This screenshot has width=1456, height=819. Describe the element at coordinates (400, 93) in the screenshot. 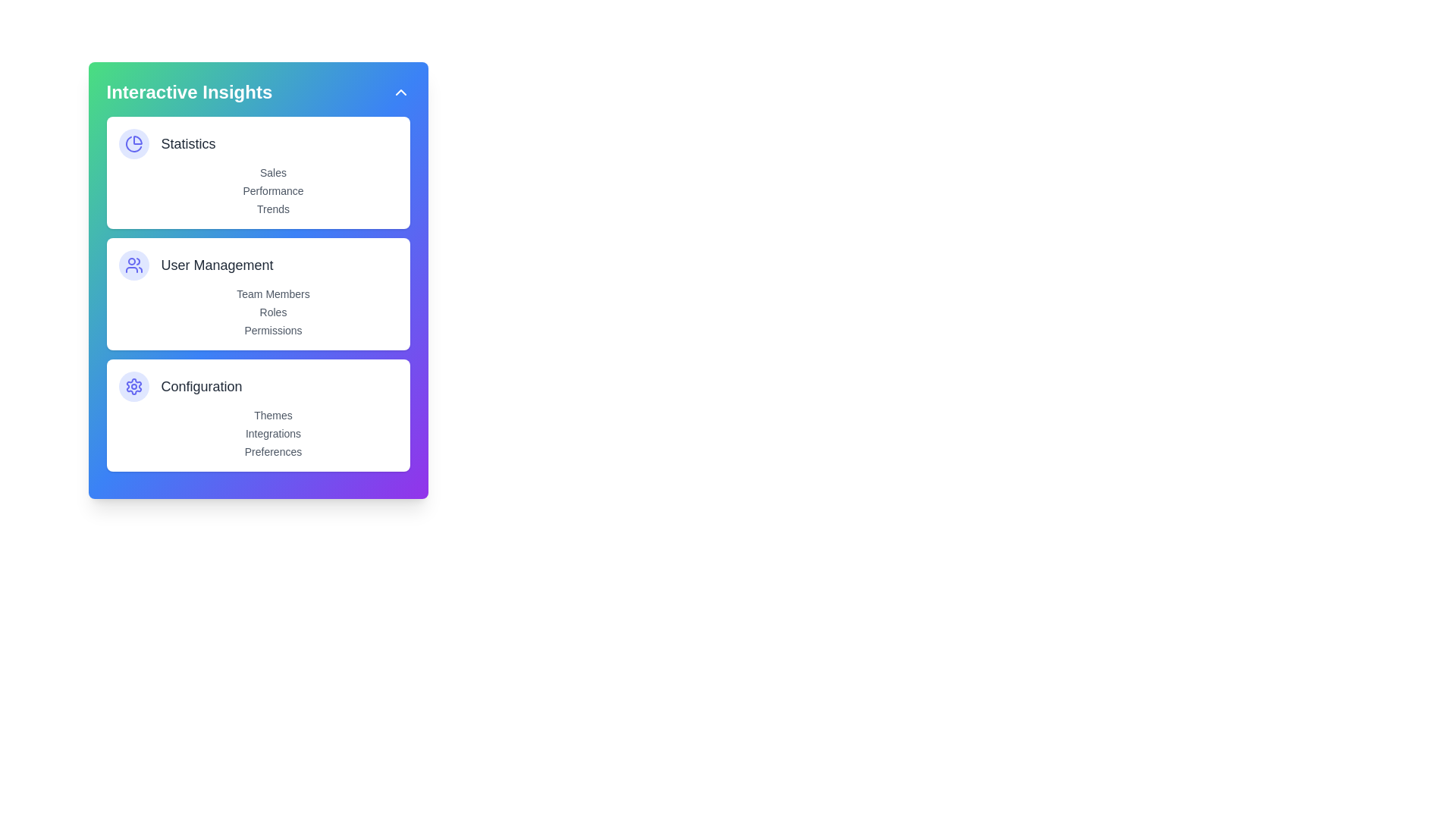

I see `the toggle button to change the menu visibility` at that location.